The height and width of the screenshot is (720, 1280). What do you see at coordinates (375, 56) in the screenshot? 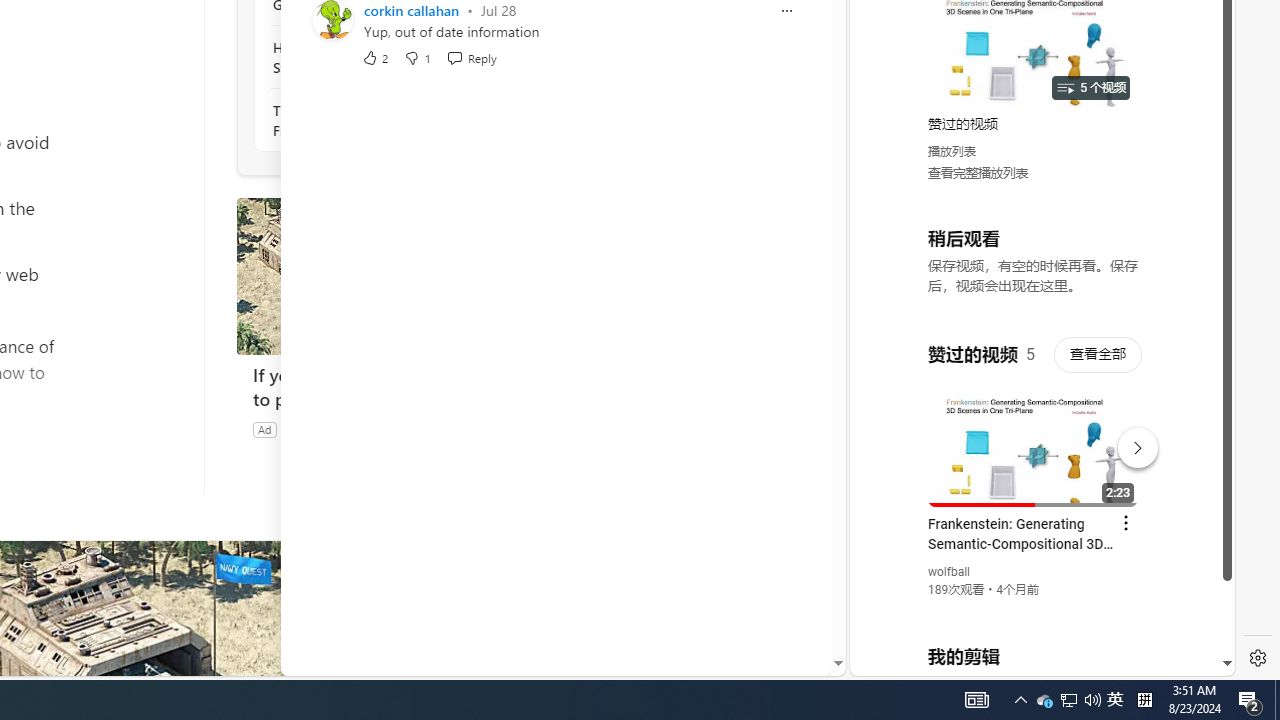
I see `'2 Like'` at bounding box center [375, 56].